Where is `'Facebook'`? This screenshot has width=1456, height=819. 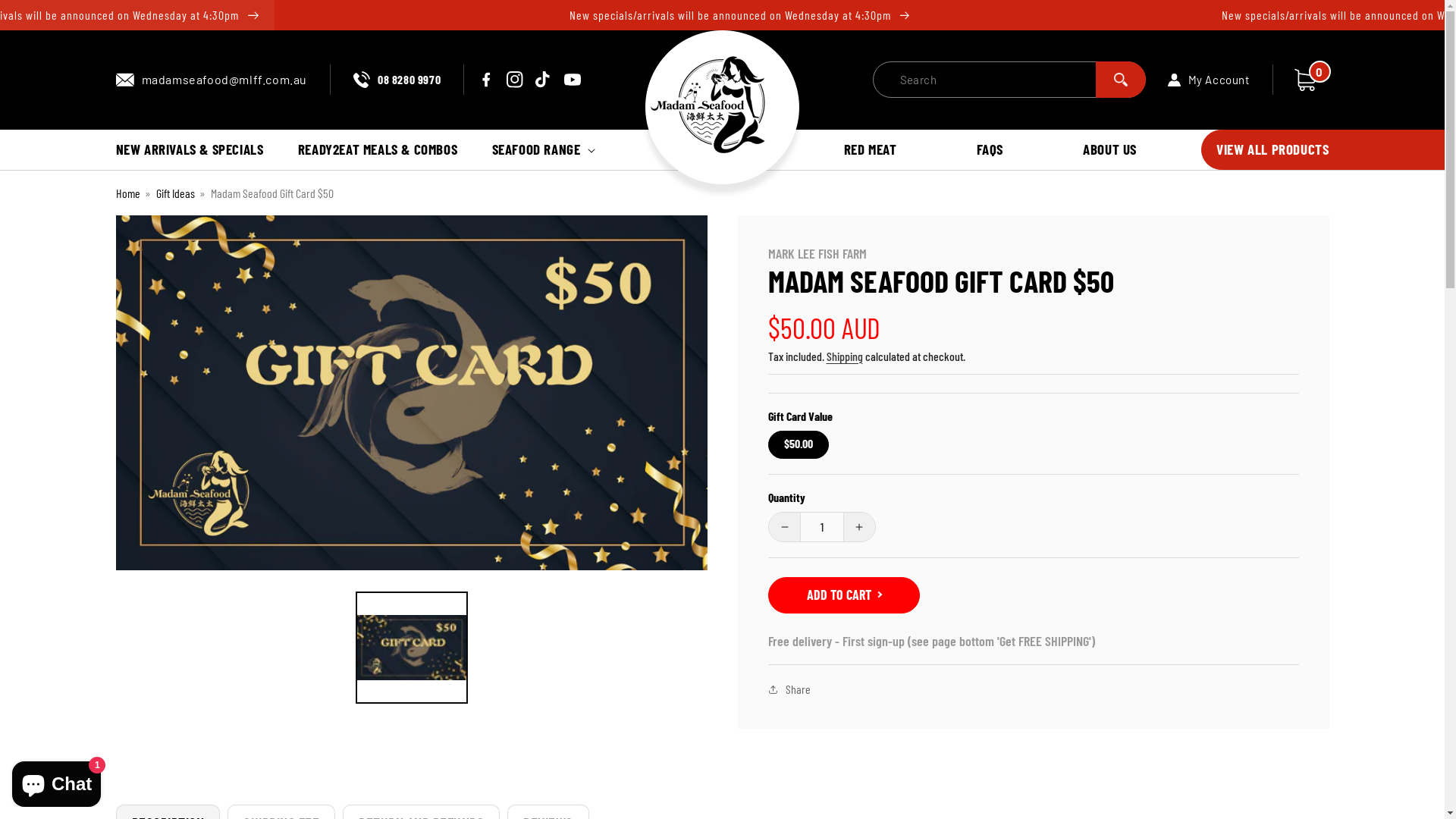
'Facebook' is located at coordinates (486, 79).